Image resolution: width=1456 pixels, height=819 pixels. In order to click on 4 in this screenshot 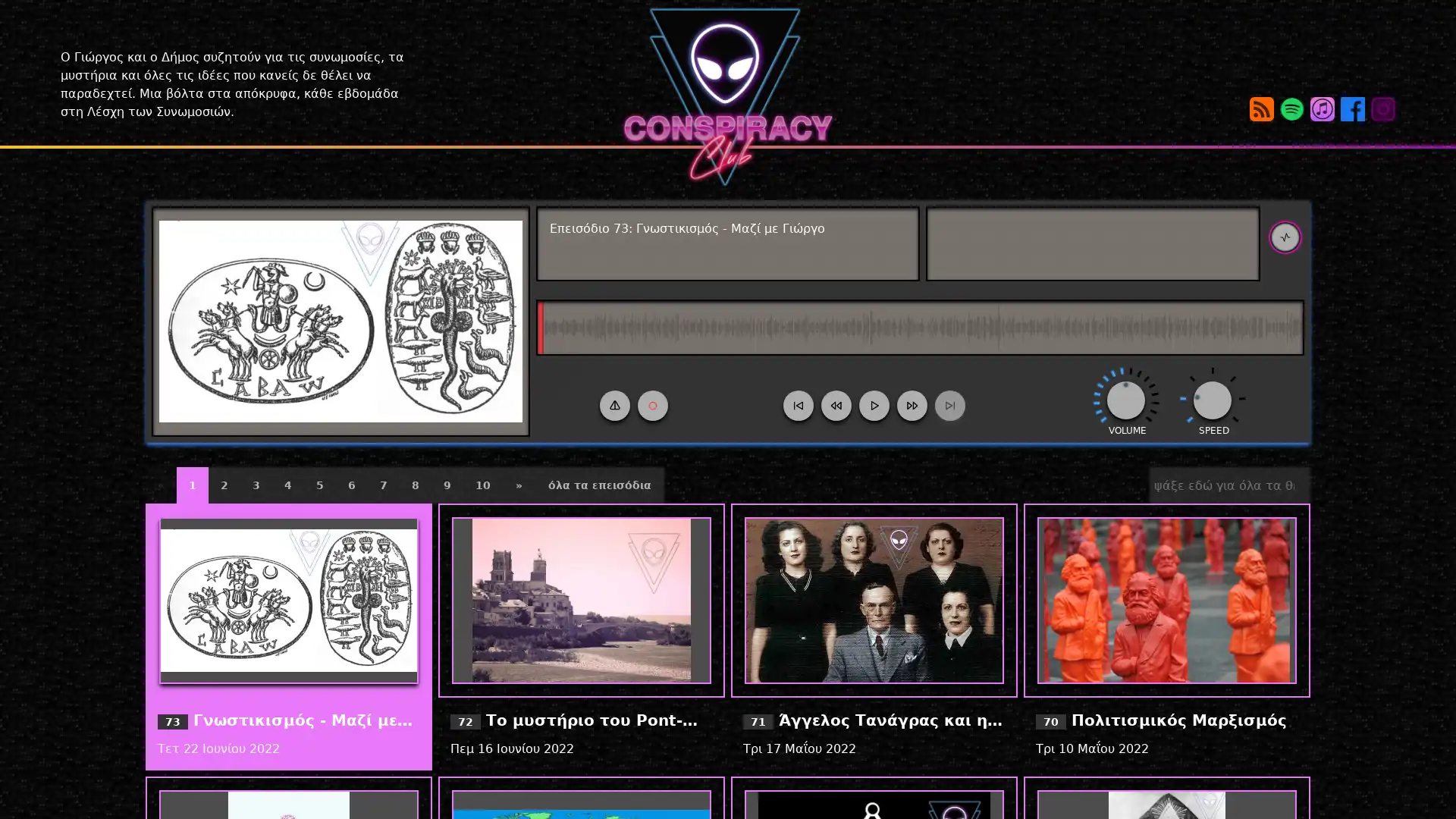, I will do `click(287, 485)`.